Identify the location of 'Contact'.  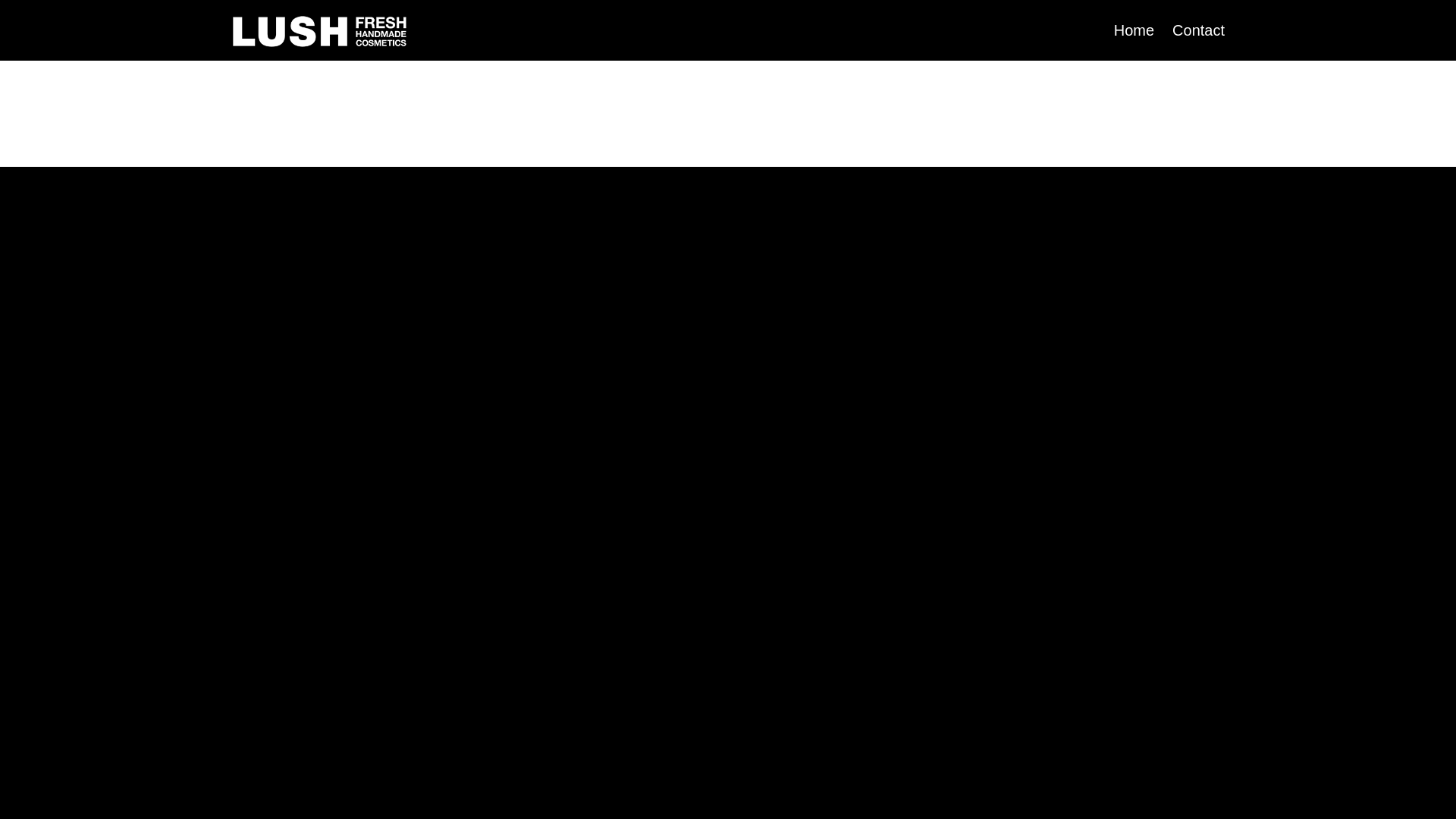
(1197, 30).